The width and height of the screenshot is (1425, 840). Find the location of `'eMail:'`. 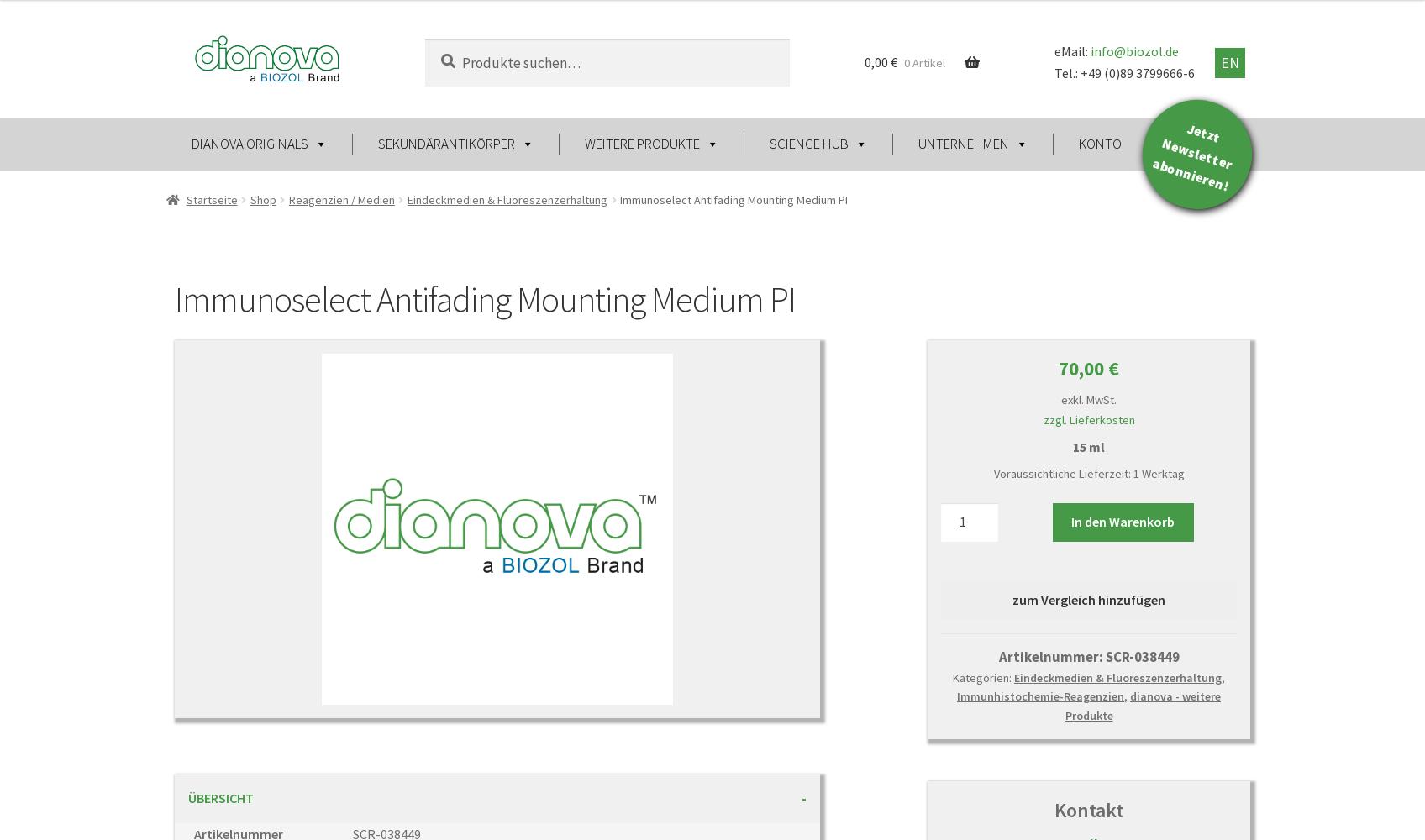

'eMail:' is located at coordinates (1072, 50).